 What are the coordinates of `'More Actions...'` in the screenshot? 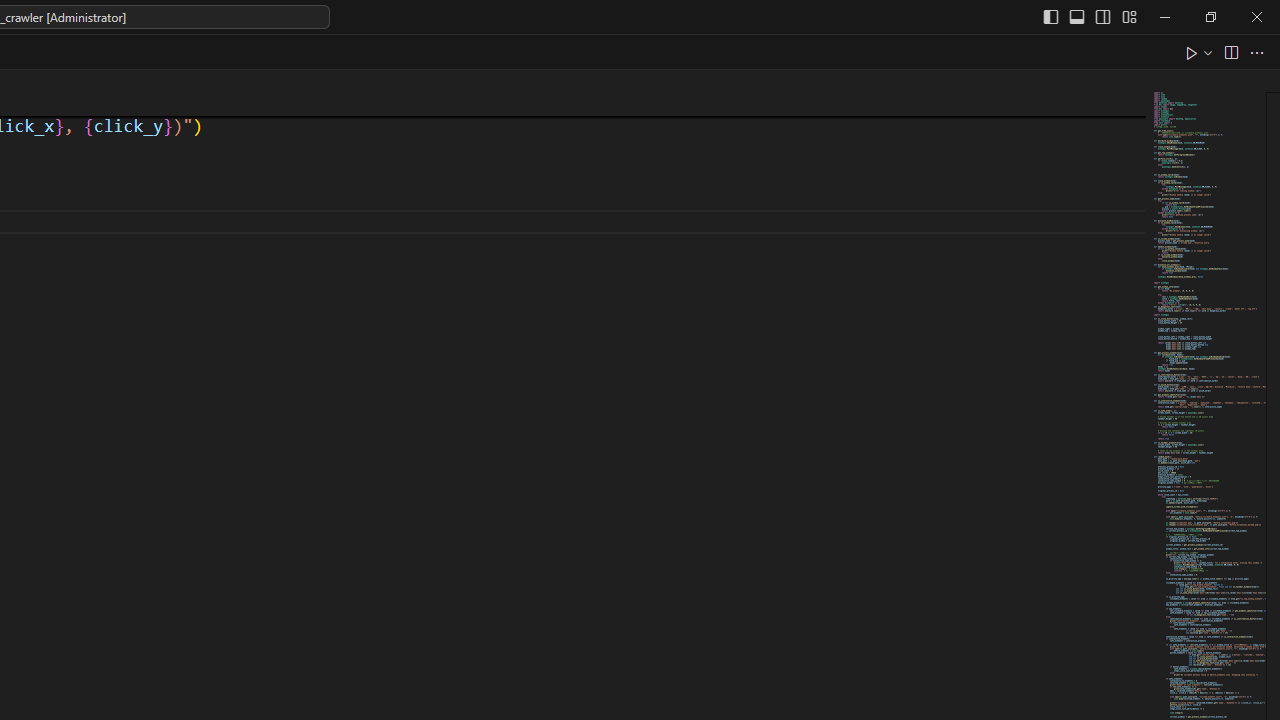 It's located at (1255, 51).